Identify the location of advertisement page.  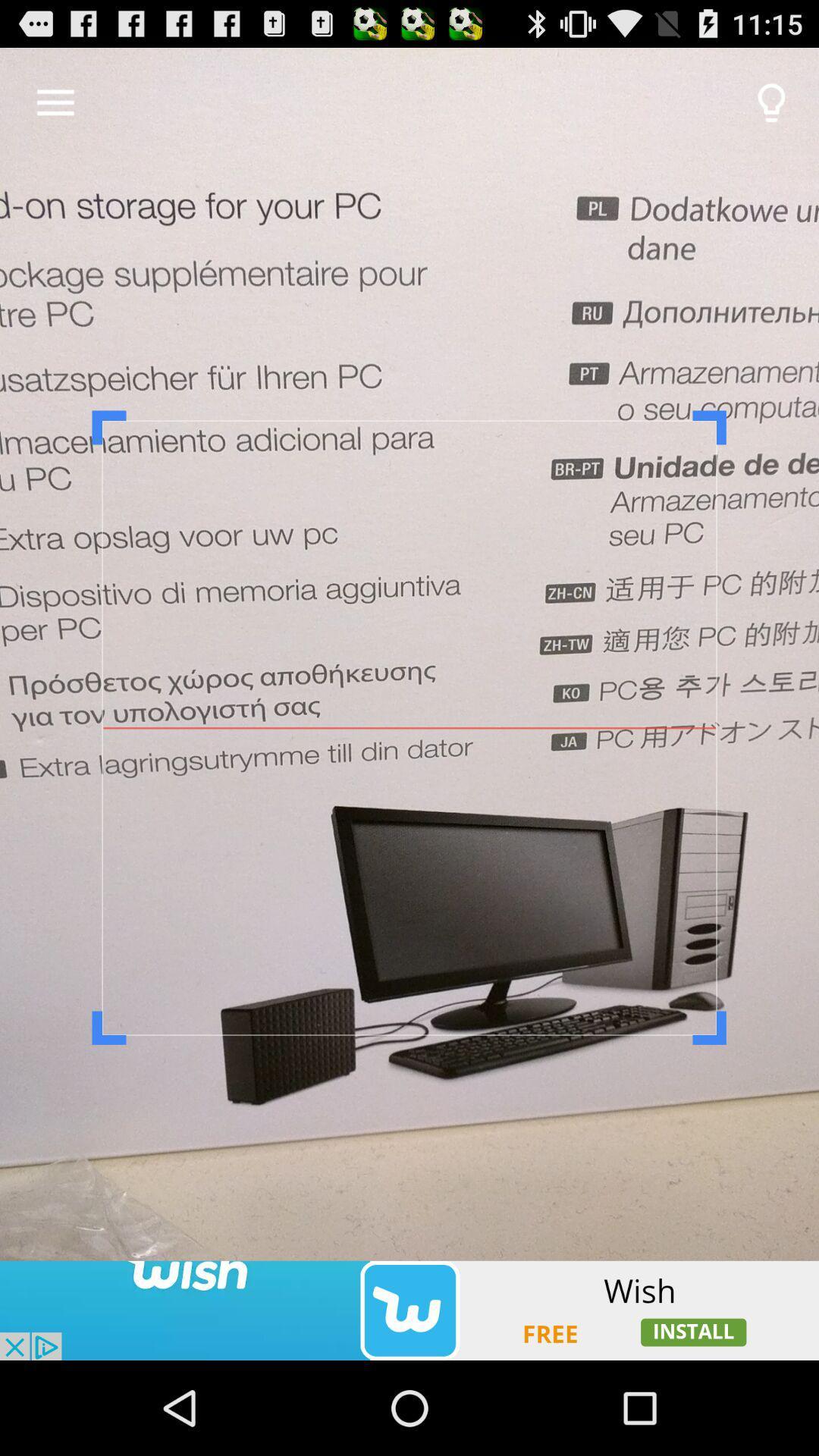
(409, 1310).